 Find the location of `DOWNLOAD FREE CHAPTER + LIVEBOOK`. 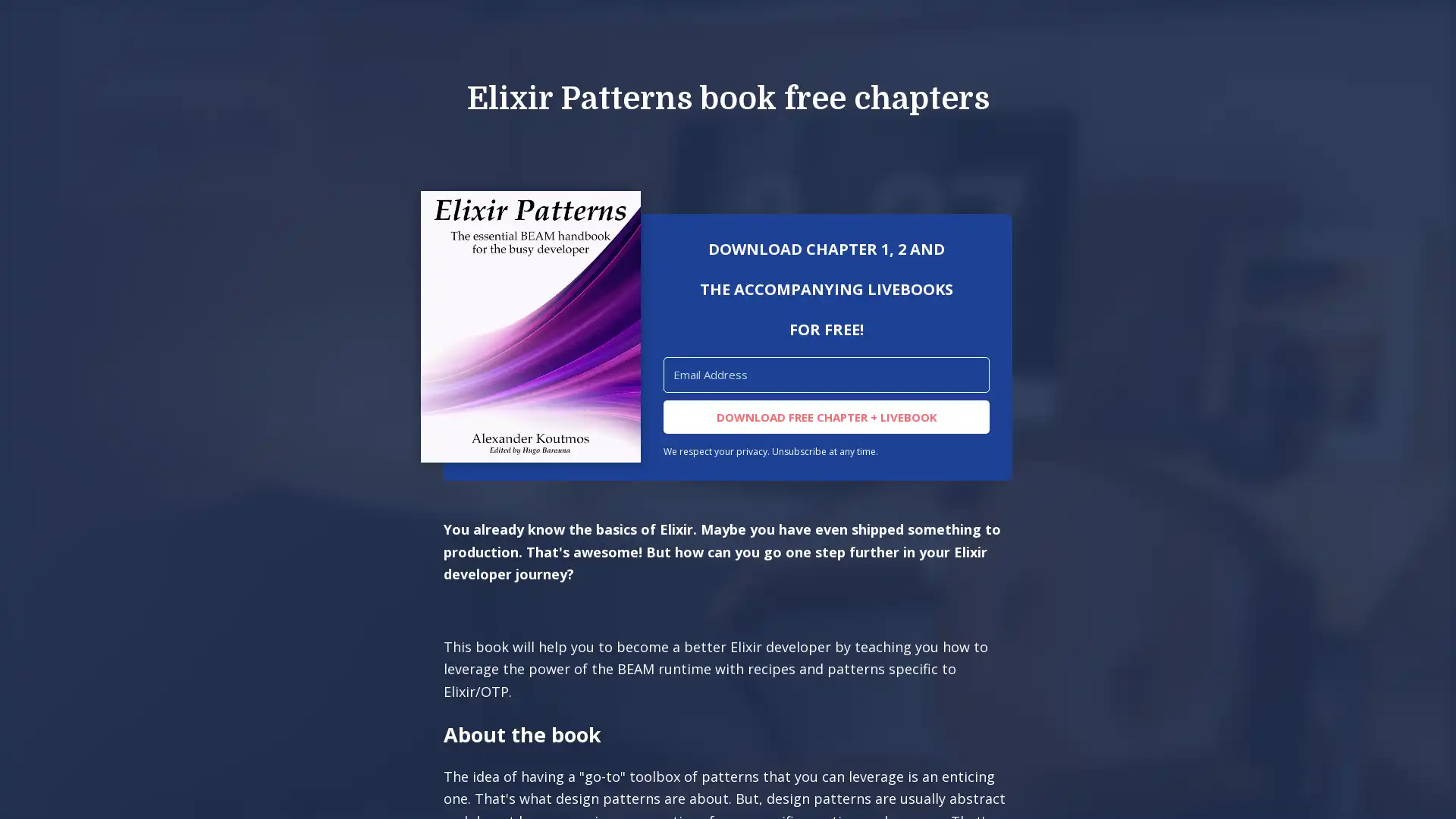

DOWNLOAD FREE CHAPTER + LIVEBOOK is located at coordinates (825, 416).